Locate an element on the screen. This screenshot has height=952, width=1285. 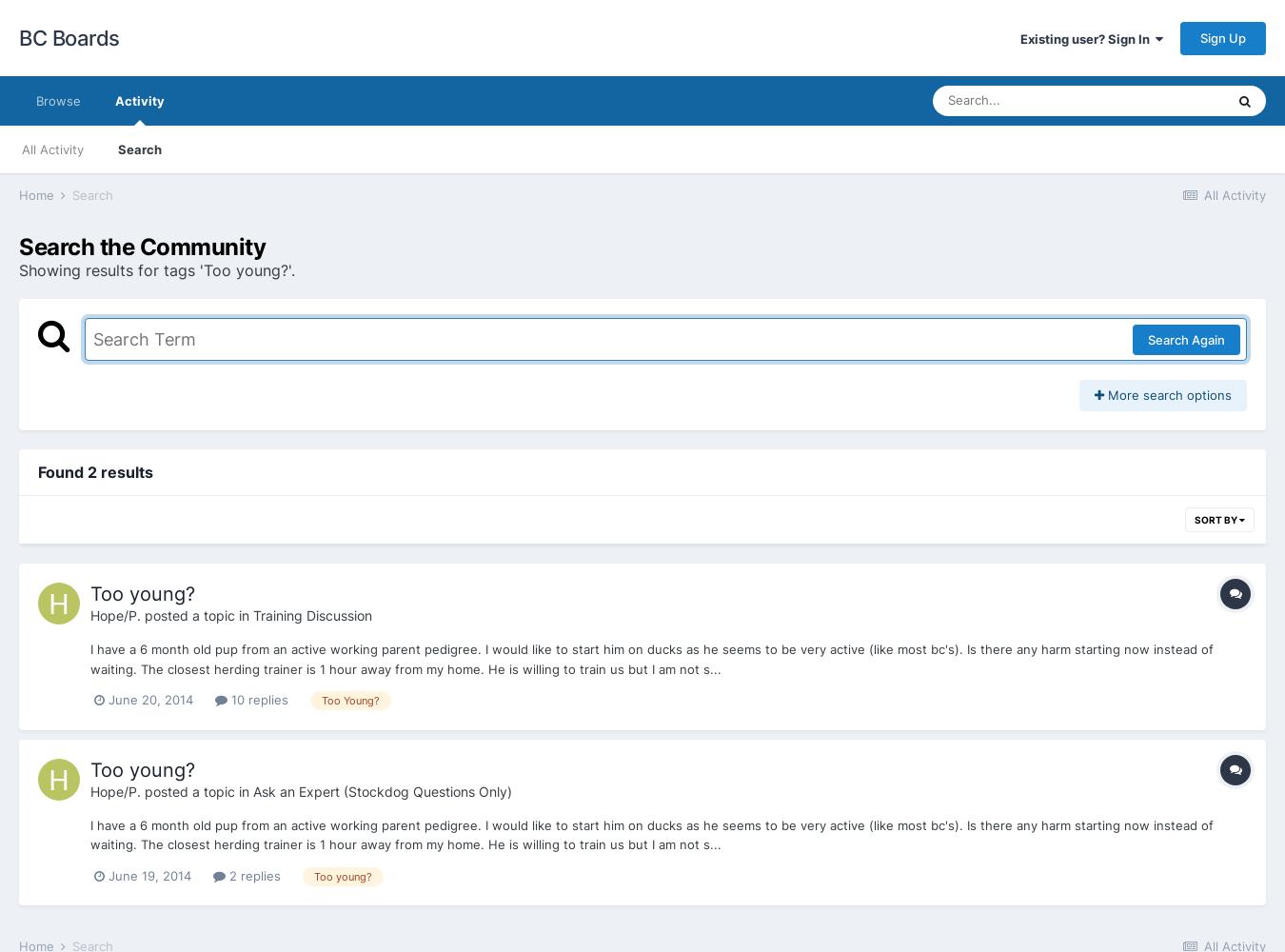
'Found 2 results' is located at coordinates (94, 470).